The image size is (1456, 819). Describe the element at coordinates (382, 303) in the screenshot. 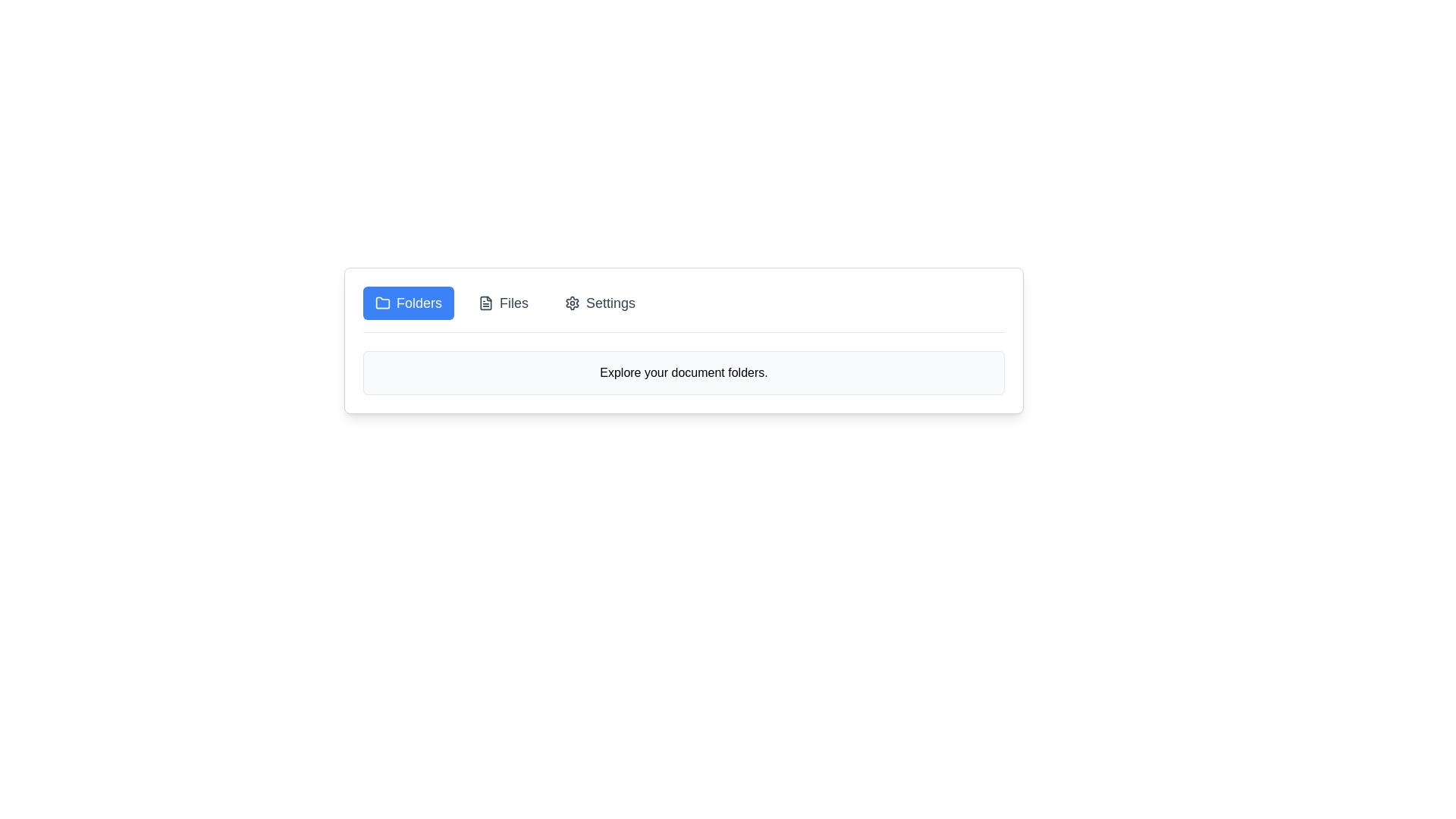

I see `the tab icon for Folders` at that location.